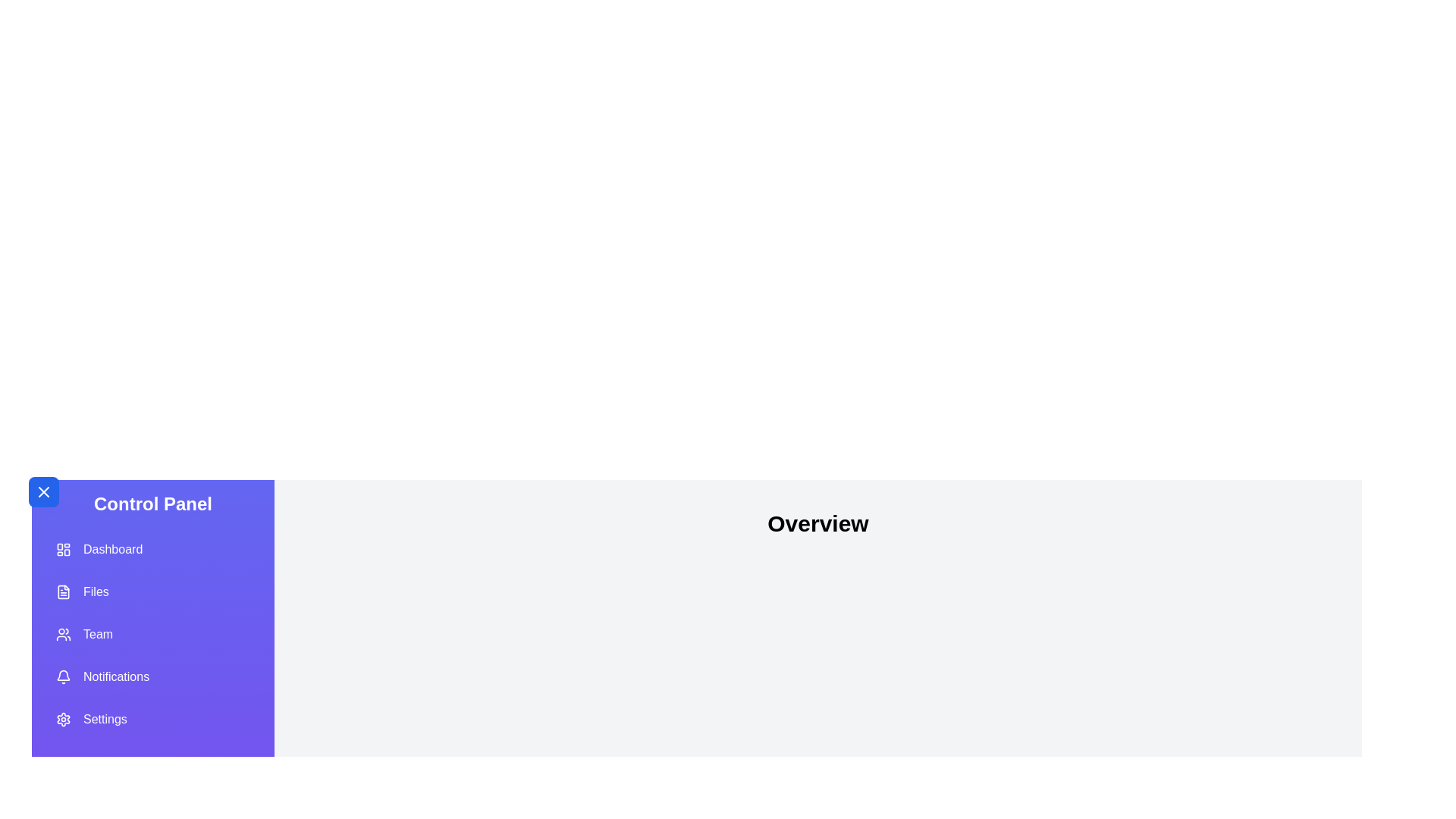  I want to click on the menu item labeled Team from the list, so click(152, 635).